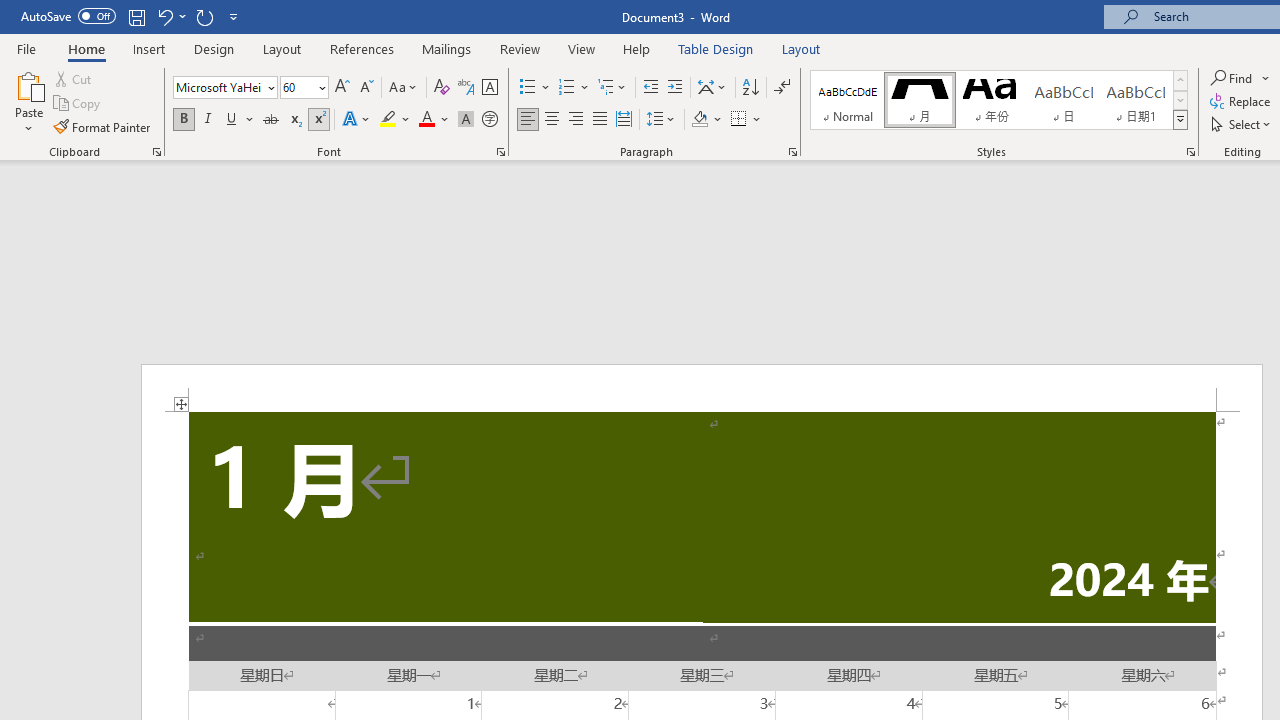  What do you see at coordinates (650, 86) in the screenshot?
I see `'Decrease Indent'` at bounding box center [650, 86].